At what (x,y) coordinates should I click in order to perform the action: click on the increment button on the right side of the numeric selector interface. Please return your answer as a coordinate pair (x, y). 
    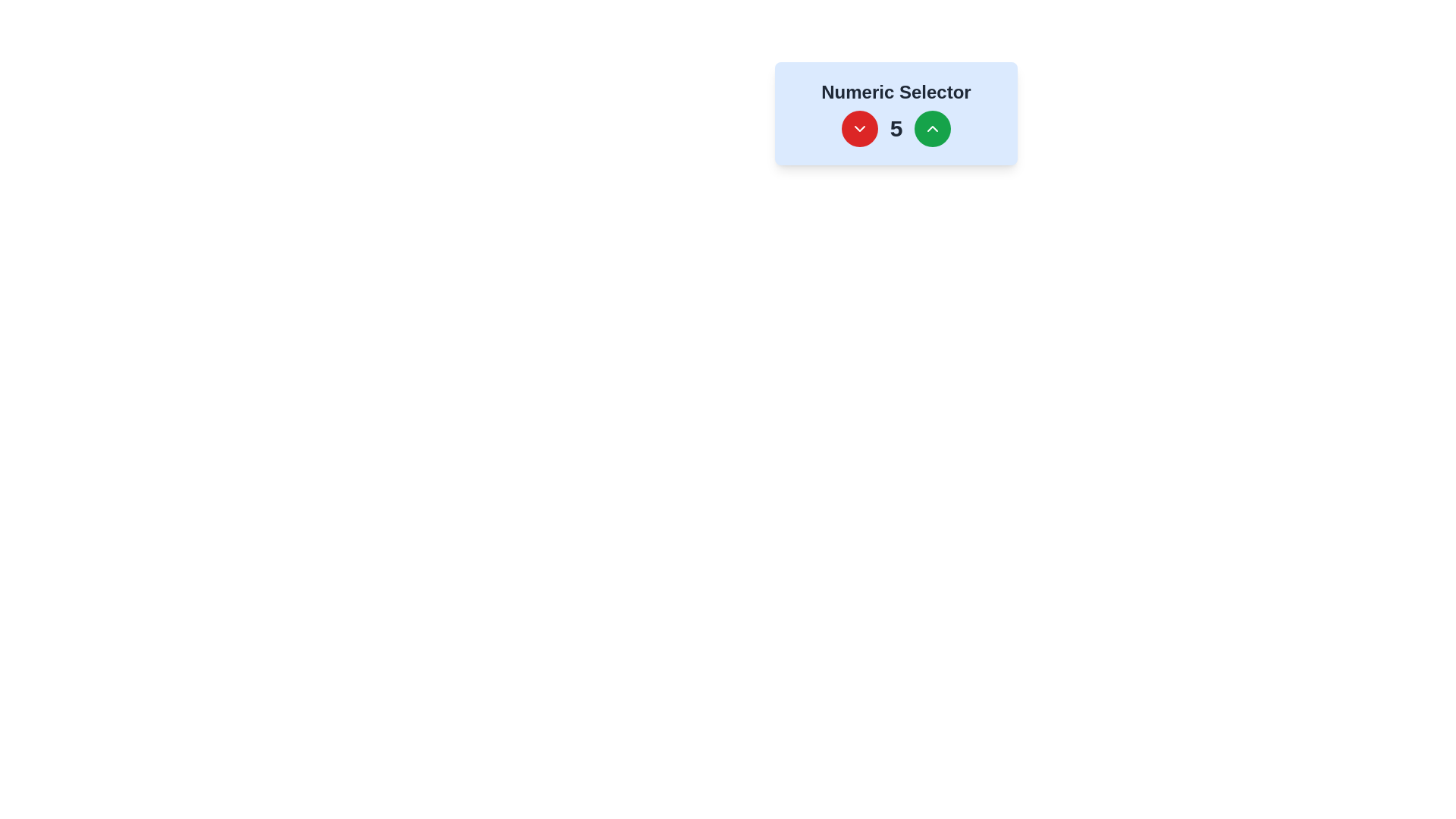
    Looking at the image, I should click on (932, 127).